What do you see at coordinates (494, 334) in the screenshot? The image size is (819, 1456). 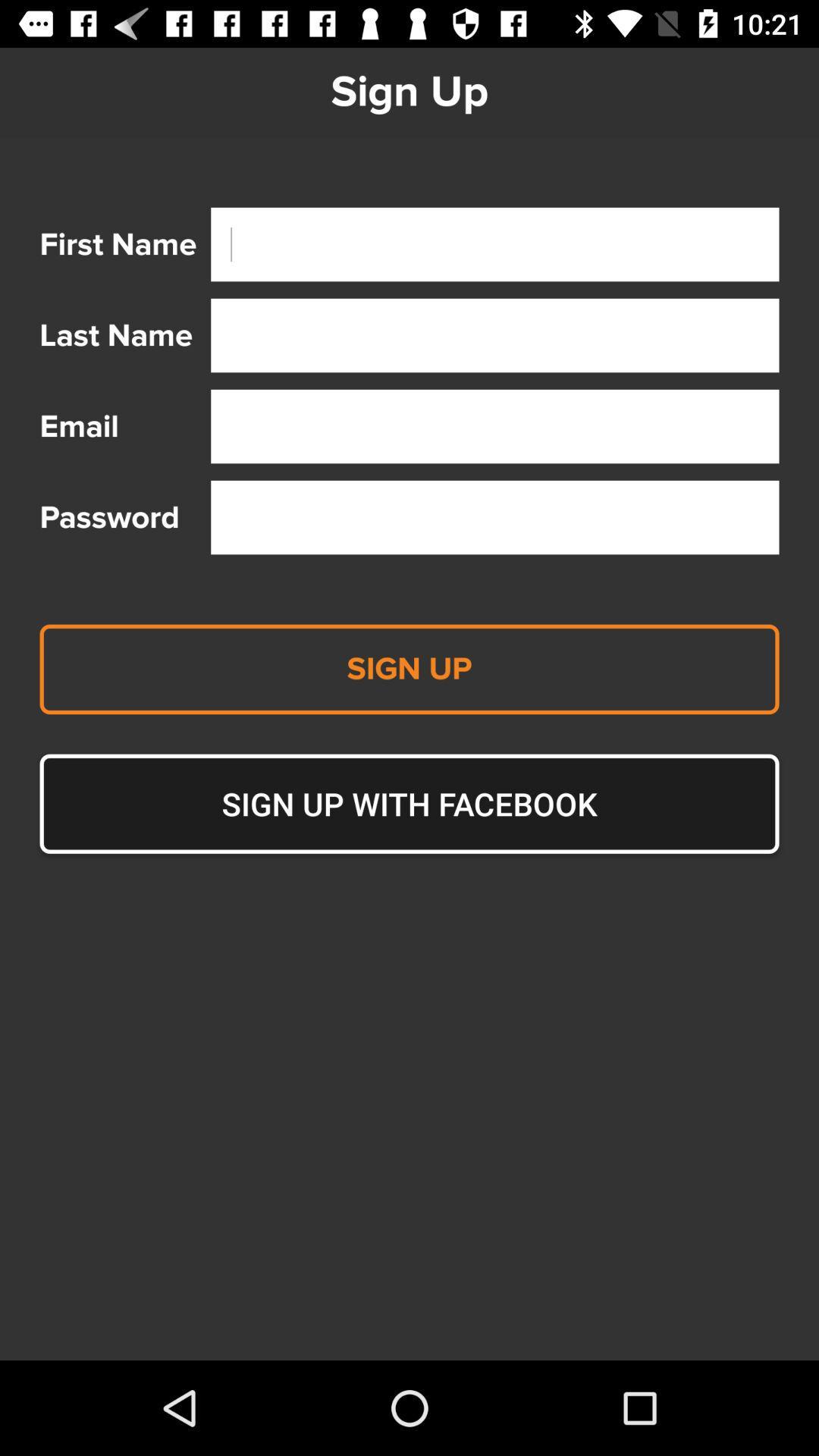 I see `where to put last name` at bounding box center [494, 334].